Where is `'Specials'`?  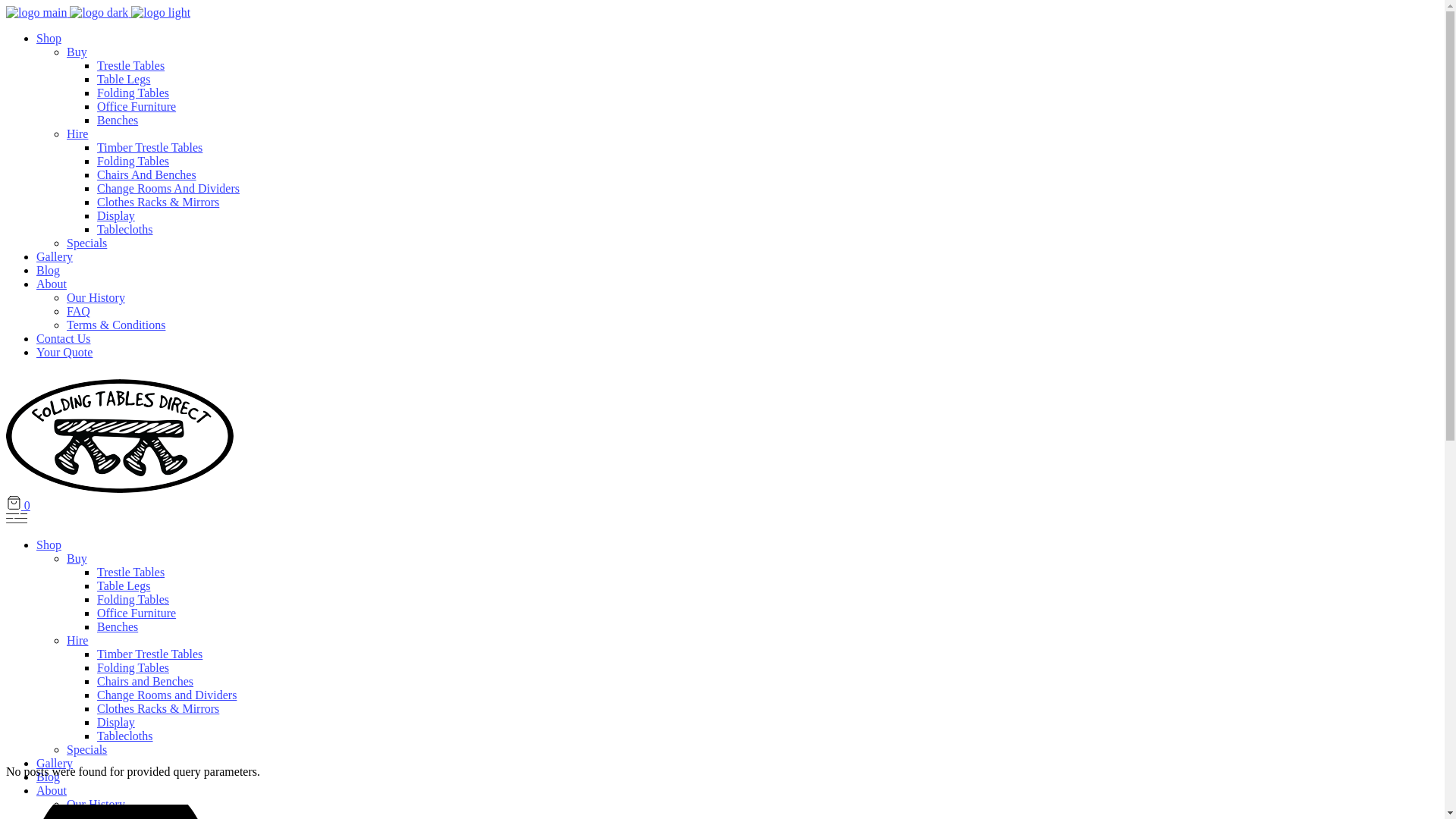
'Specials' is located at coordinates (65, 748).